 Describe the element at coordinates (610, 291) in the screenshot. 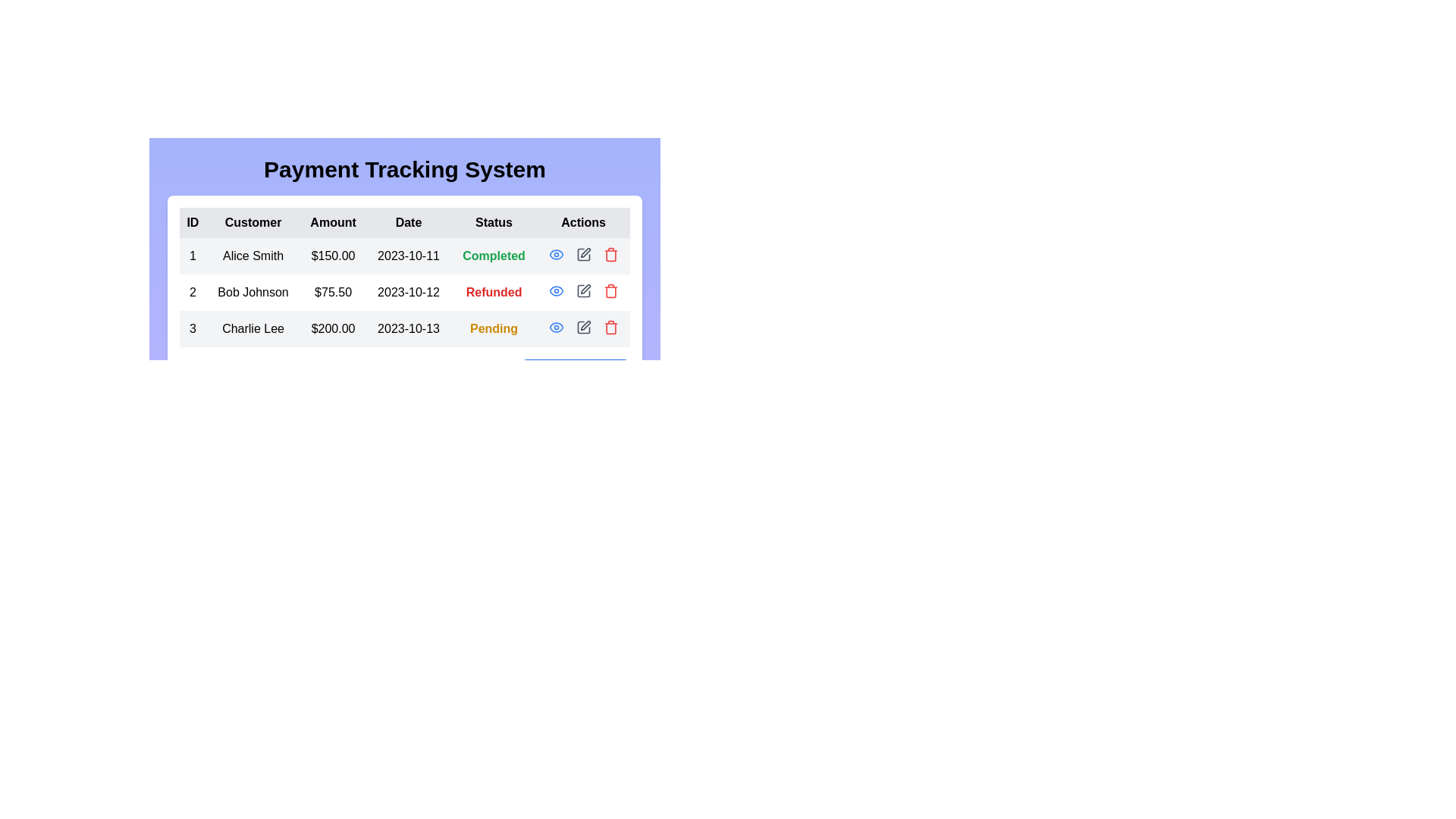

I see `the red trash bin button in the Actions column of the table for Bob Johnson` at that location.